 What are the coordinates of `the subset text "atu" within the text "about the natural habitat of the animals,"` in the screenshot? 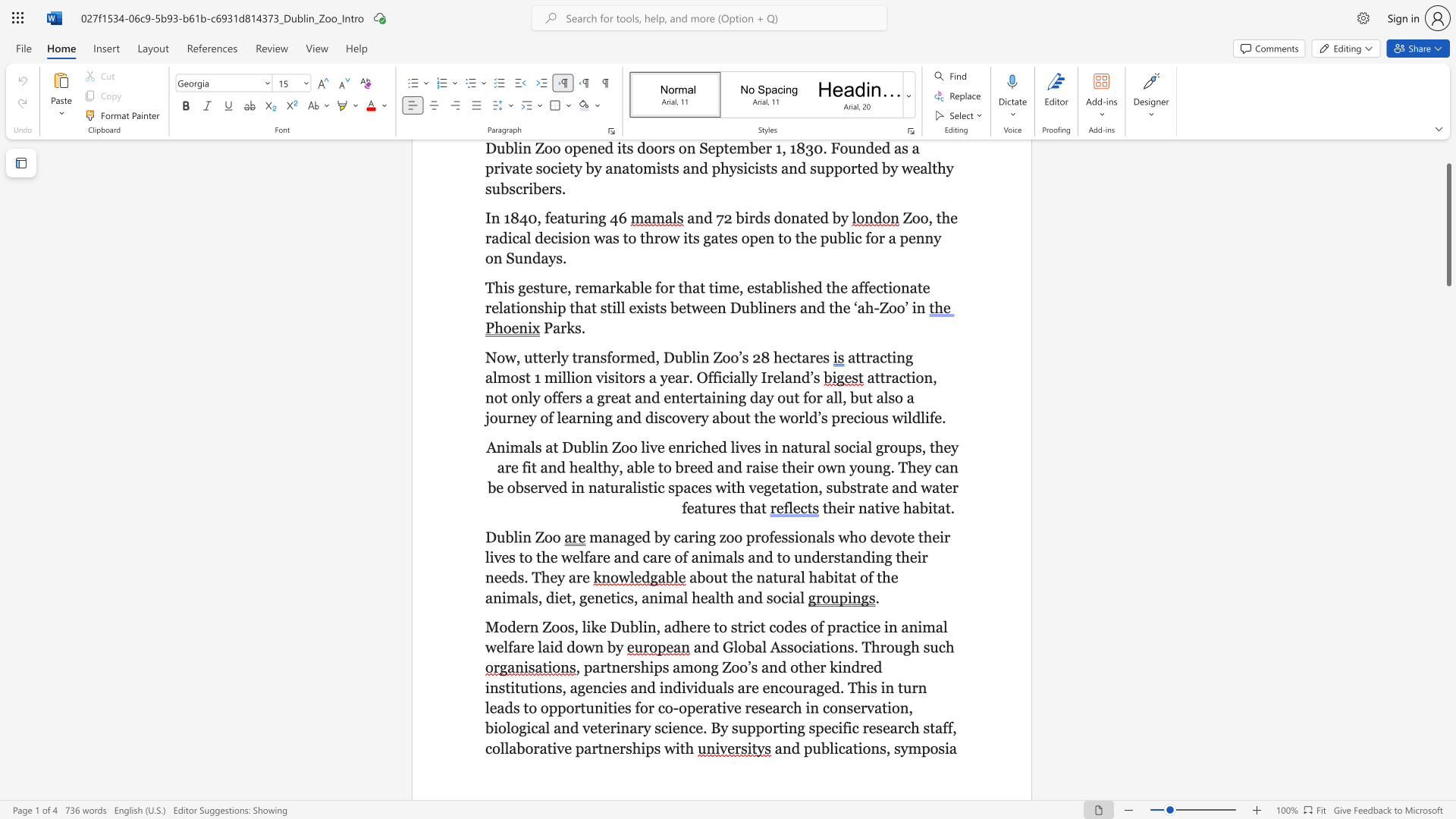 It's located at (765, 577).